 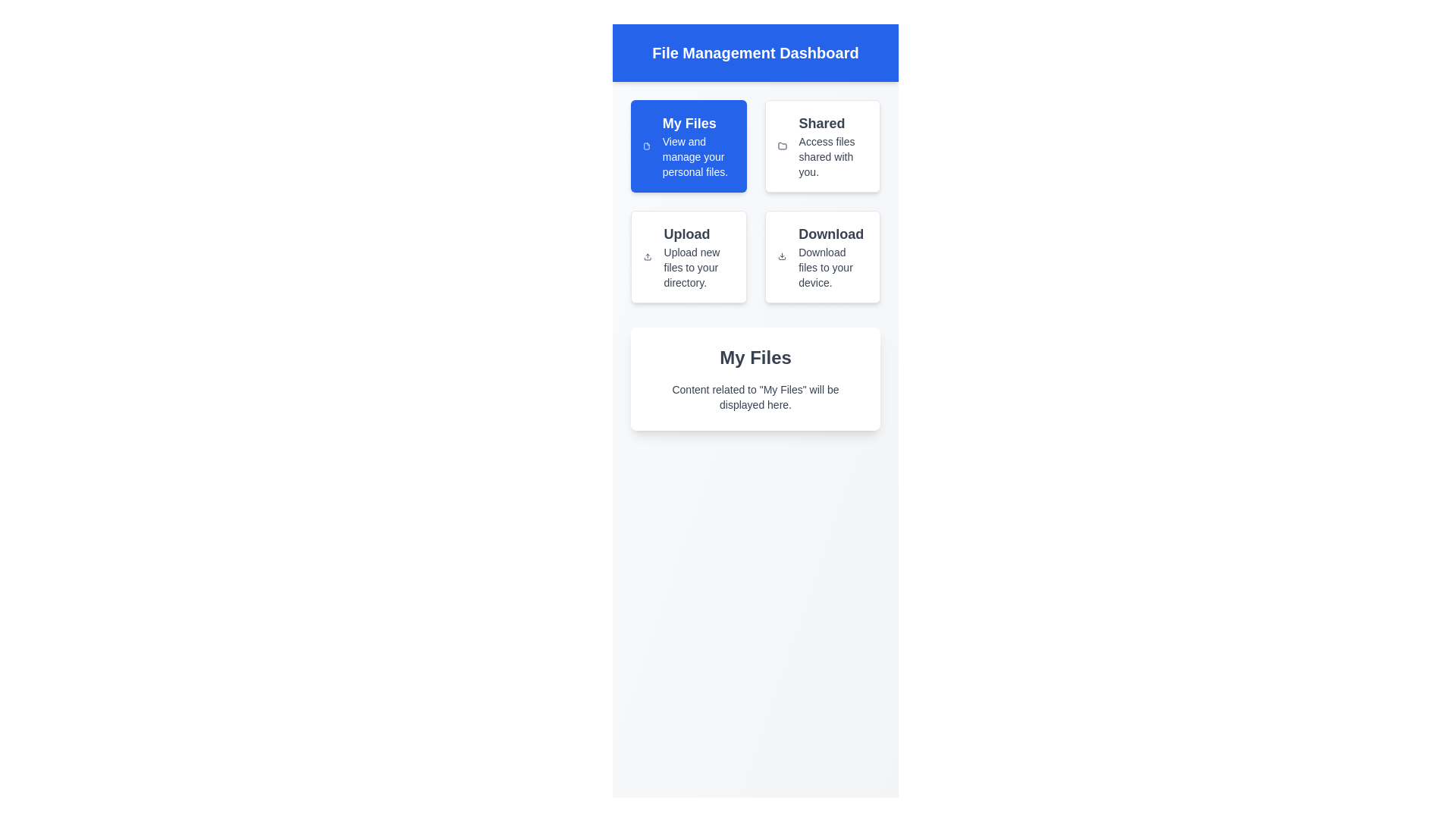 I want to click on the text label displaying 'Shared', which is styled with a large, bold font and positioned in the top-right corner of a card-like section, so click(x=832, y=122).